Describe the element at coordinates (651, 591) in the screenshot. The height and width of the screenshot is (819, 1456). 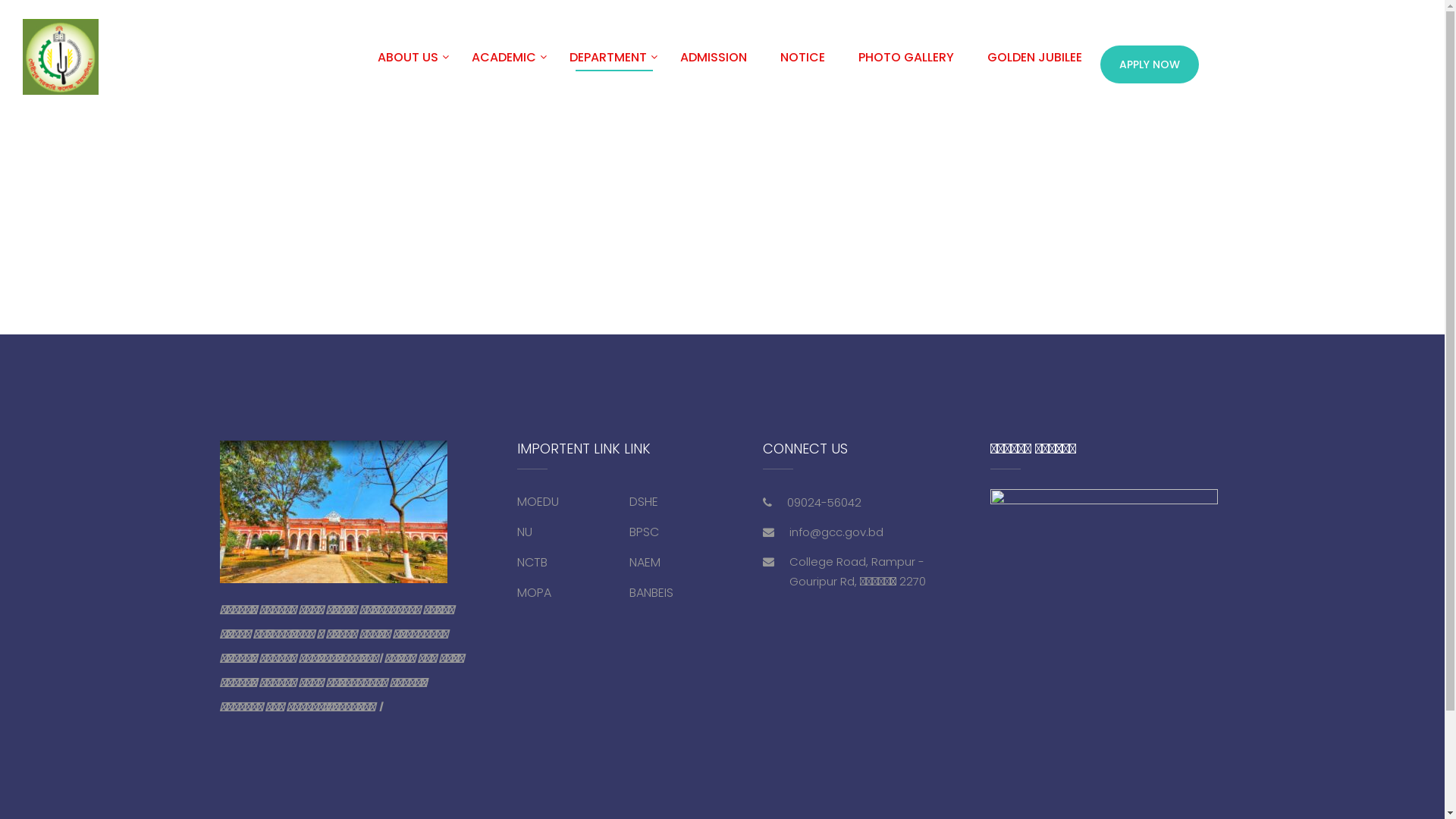
I see `'BANBEIS'` at that location.